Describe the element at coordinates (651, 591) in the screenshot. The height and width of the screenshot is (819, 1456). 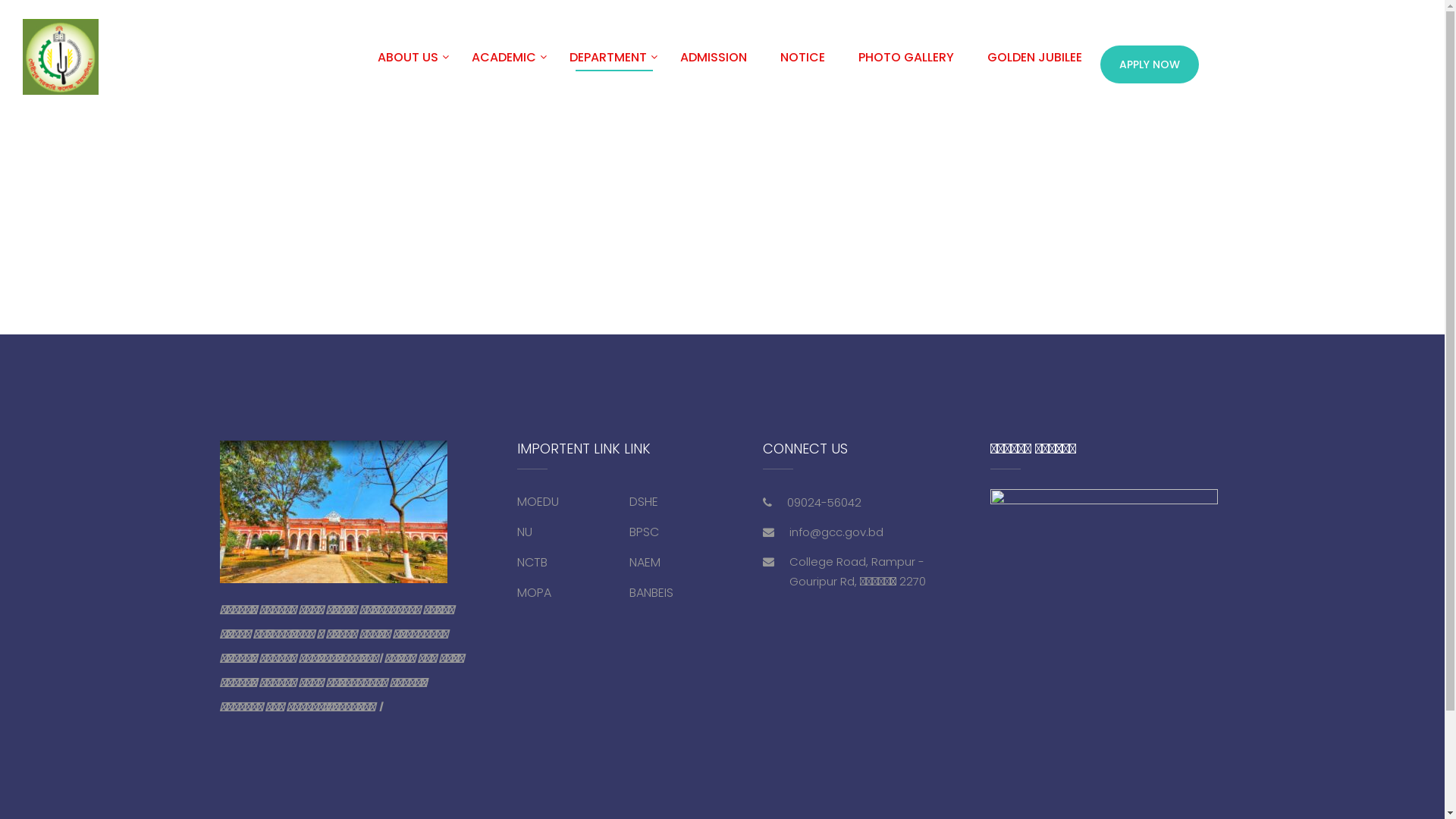
I see `'BANBEIS'` at that location.